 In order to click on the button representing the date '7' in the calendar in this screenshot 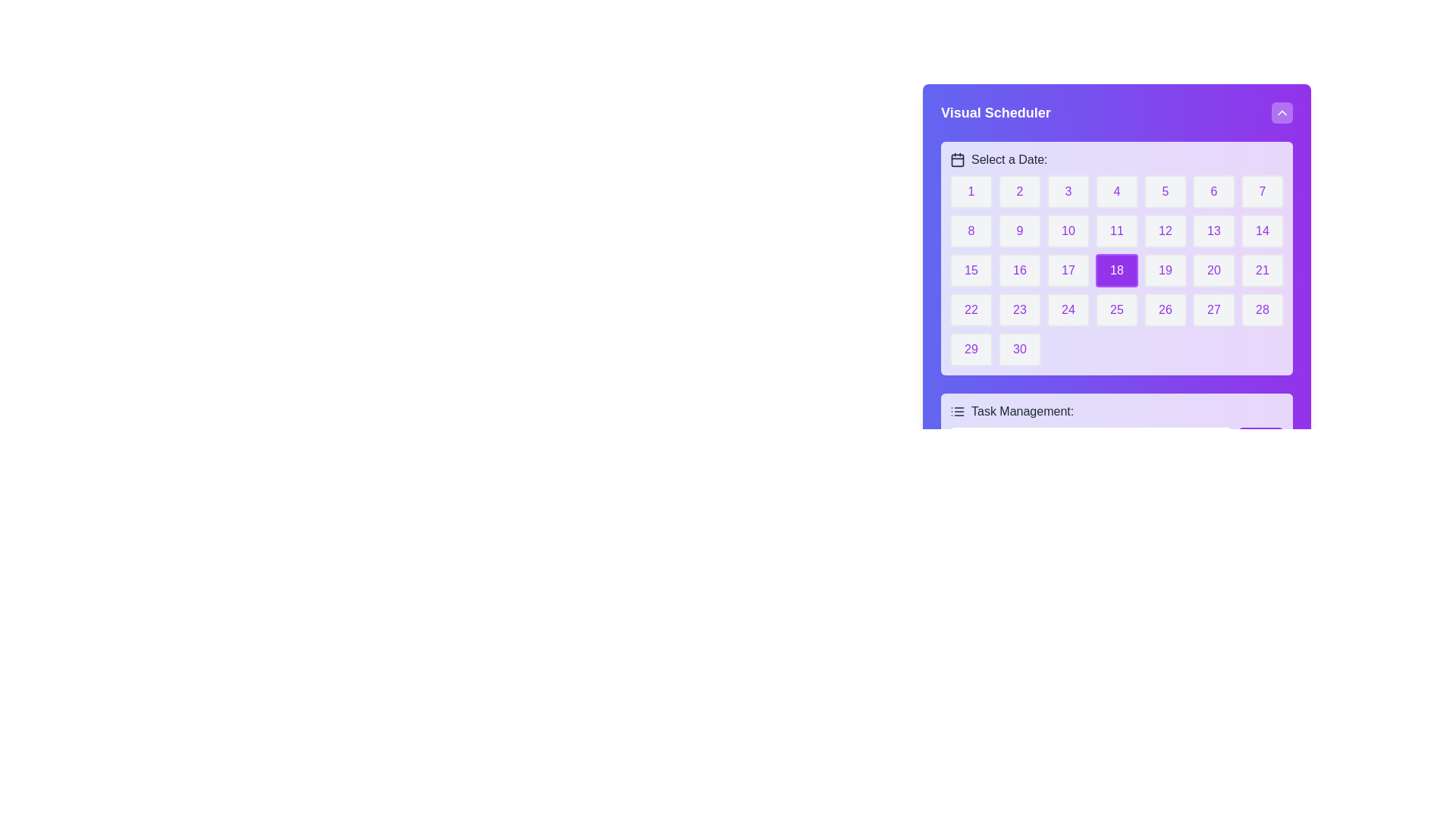, I will do `click(1263, 191)`.